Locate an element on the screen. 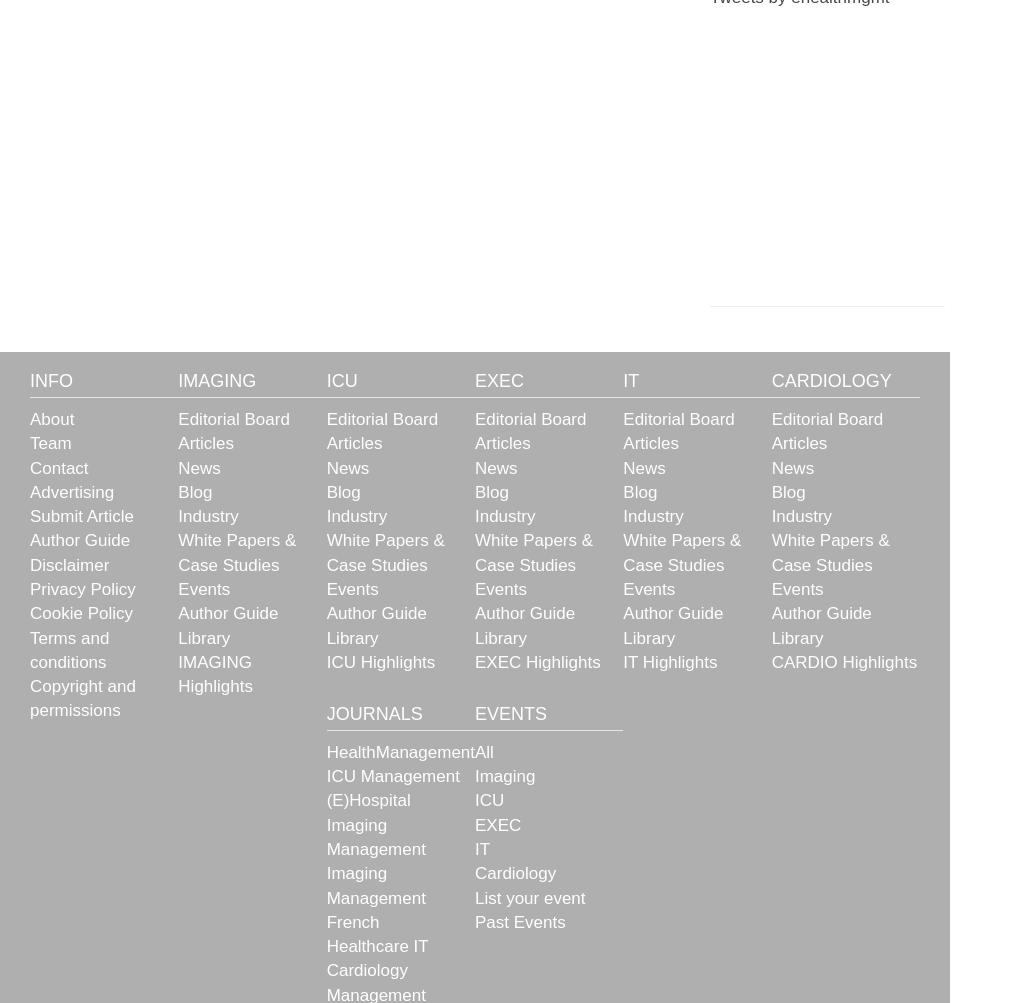 This screenshot has width=1010, height=1003. 'Cookie Policy' is located at coordinates (80, 613).